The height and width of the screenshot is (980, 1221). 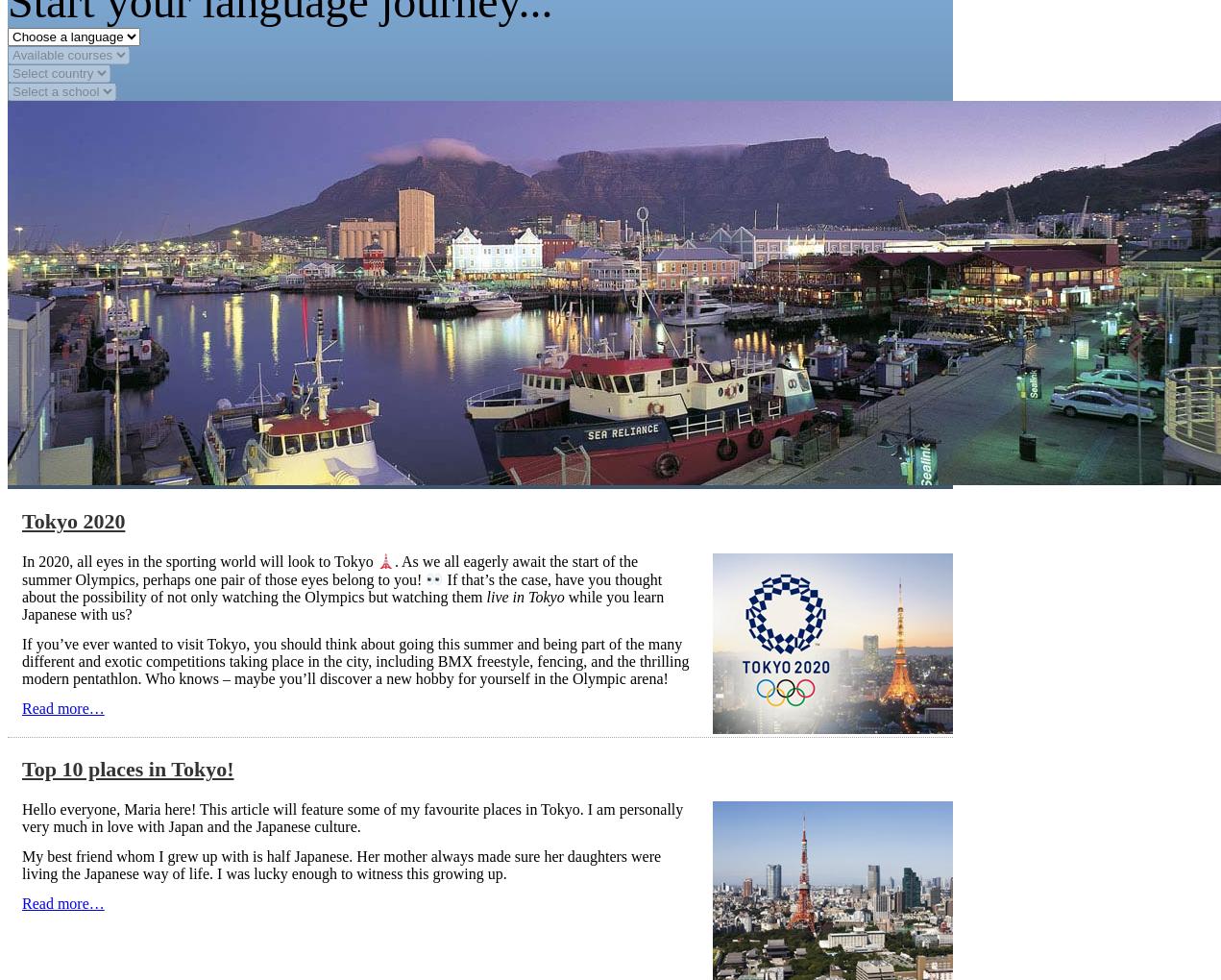 What do you see at coordinates (351, 817) in the screenshot?
I see `'Hello everyone, Maria here! This article will feature some of my favourite places in Tokyo. I am personally very much in love with Japan and the Japanese culture.'` at bounding box center [351, 817].